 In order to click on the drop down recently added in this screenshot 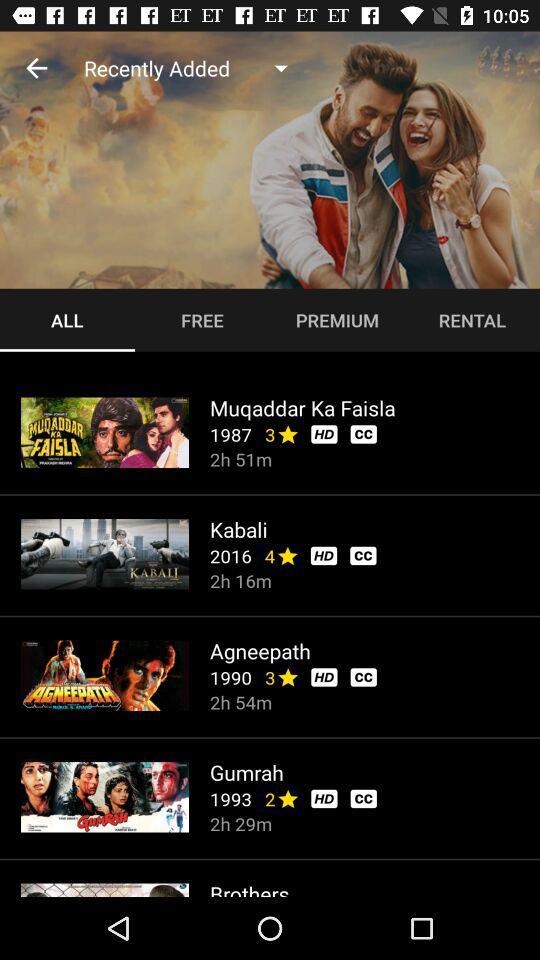, I will do `click(193, 68)`.